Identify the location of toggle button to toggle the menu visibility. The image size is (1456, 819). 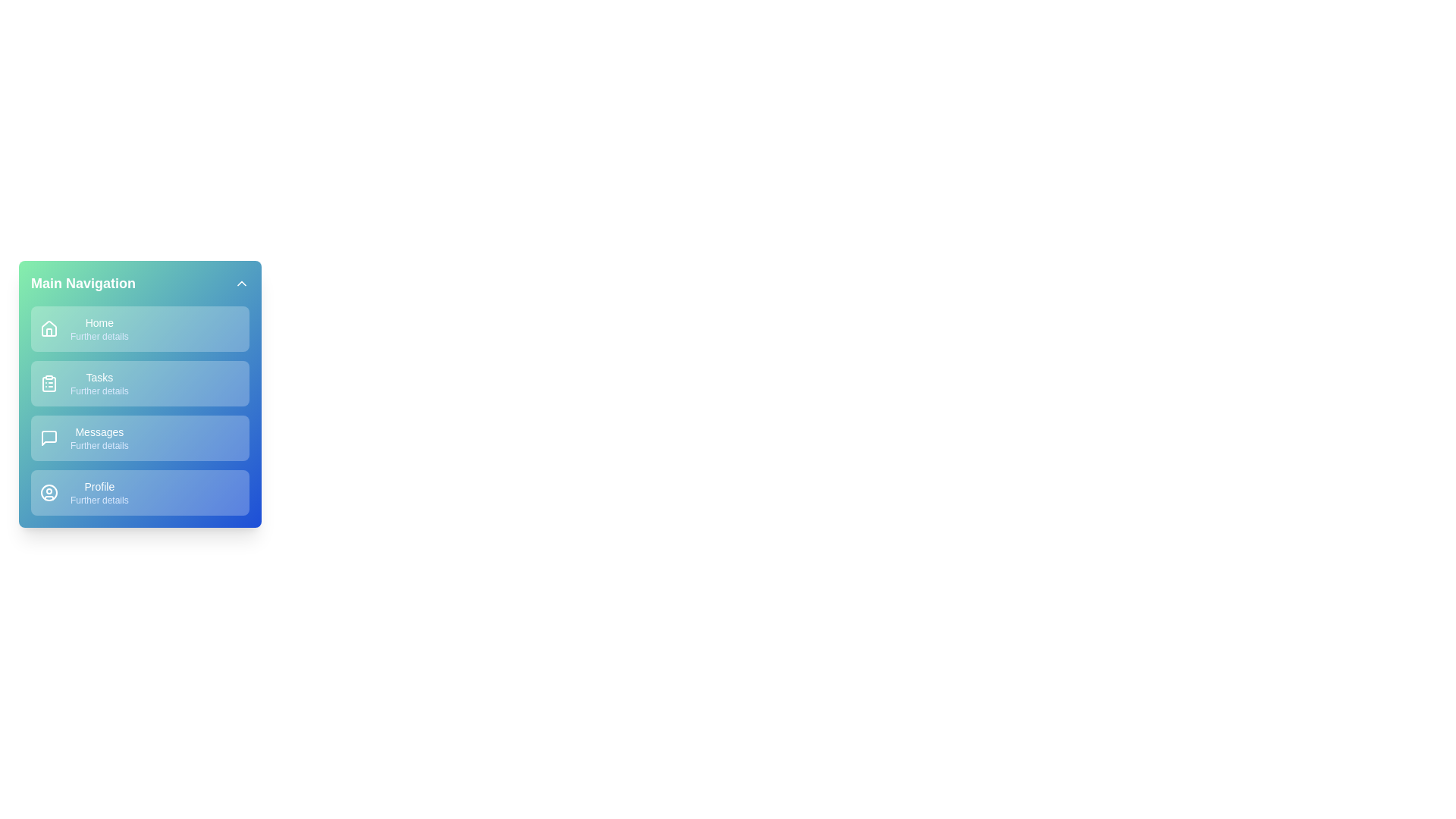
(240, 284).